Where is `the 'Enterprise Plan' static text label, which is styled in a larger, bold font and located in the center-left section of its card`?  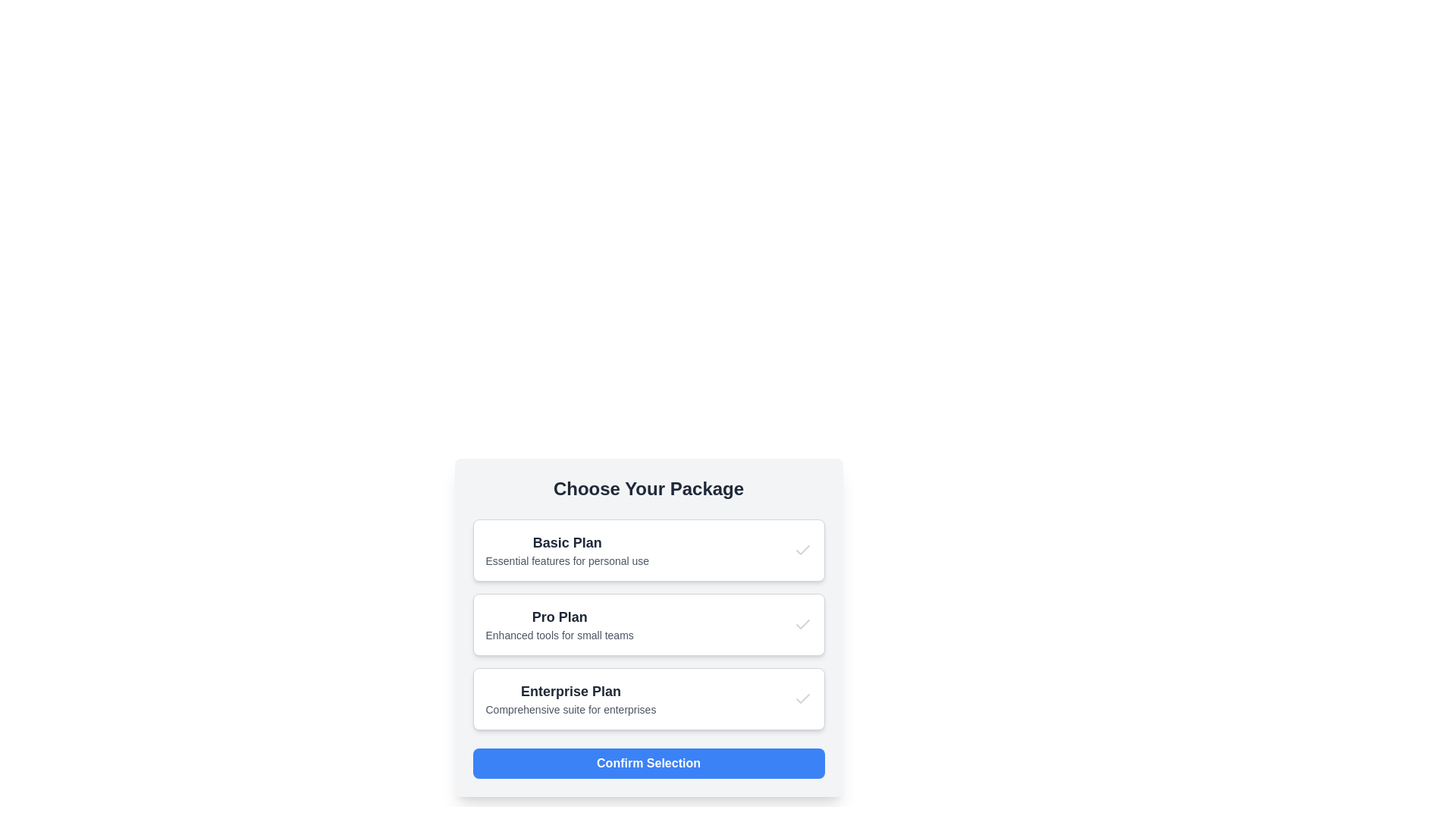 the 'Enterprise Plan' static text label, which is styled in a larger, bold font and located in the center-left section of its card is located at coordinates (570, 691).